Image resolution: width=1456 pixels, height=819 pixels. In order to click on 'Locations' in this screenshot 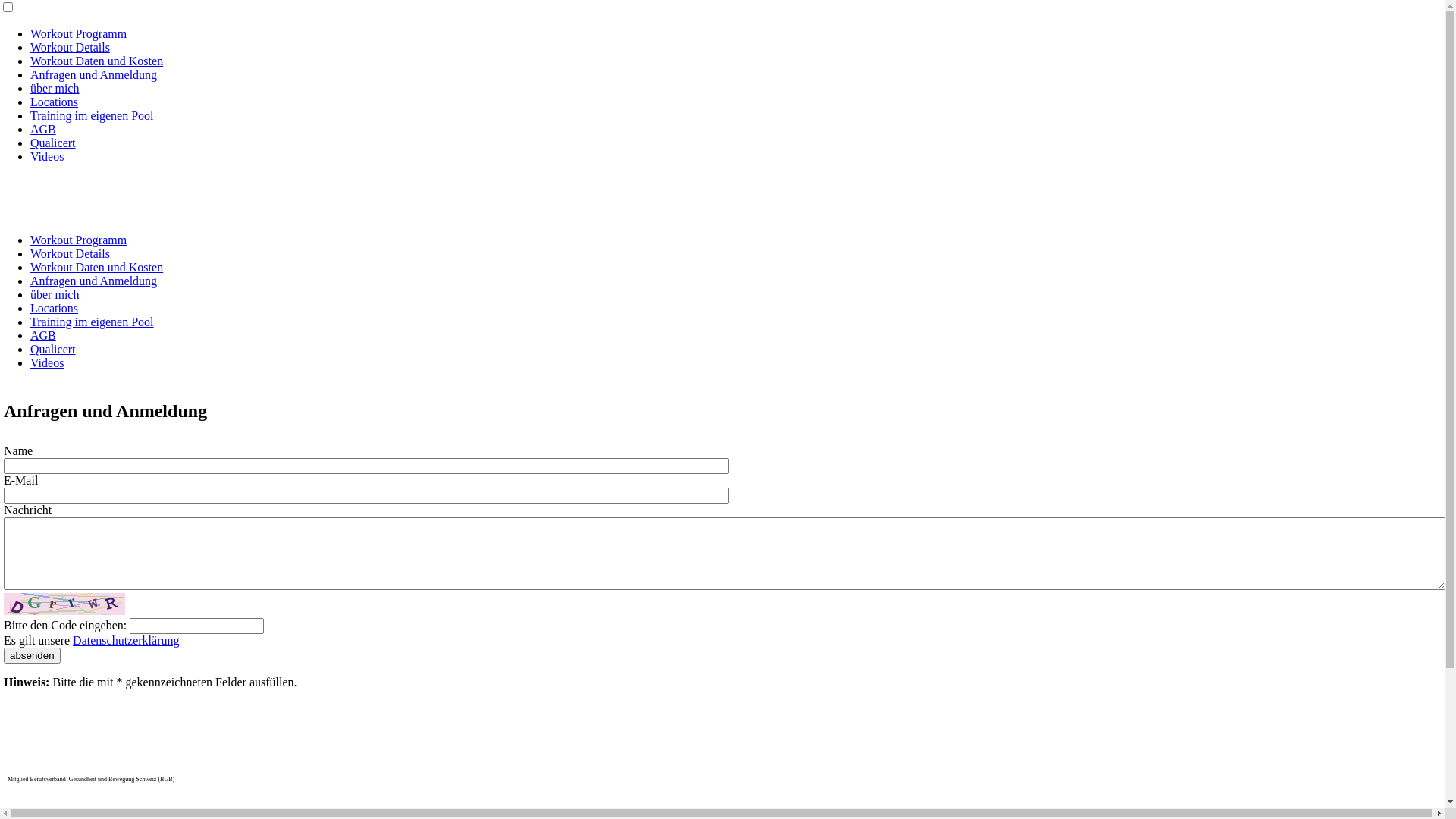, I will do `click(54, 102)`.